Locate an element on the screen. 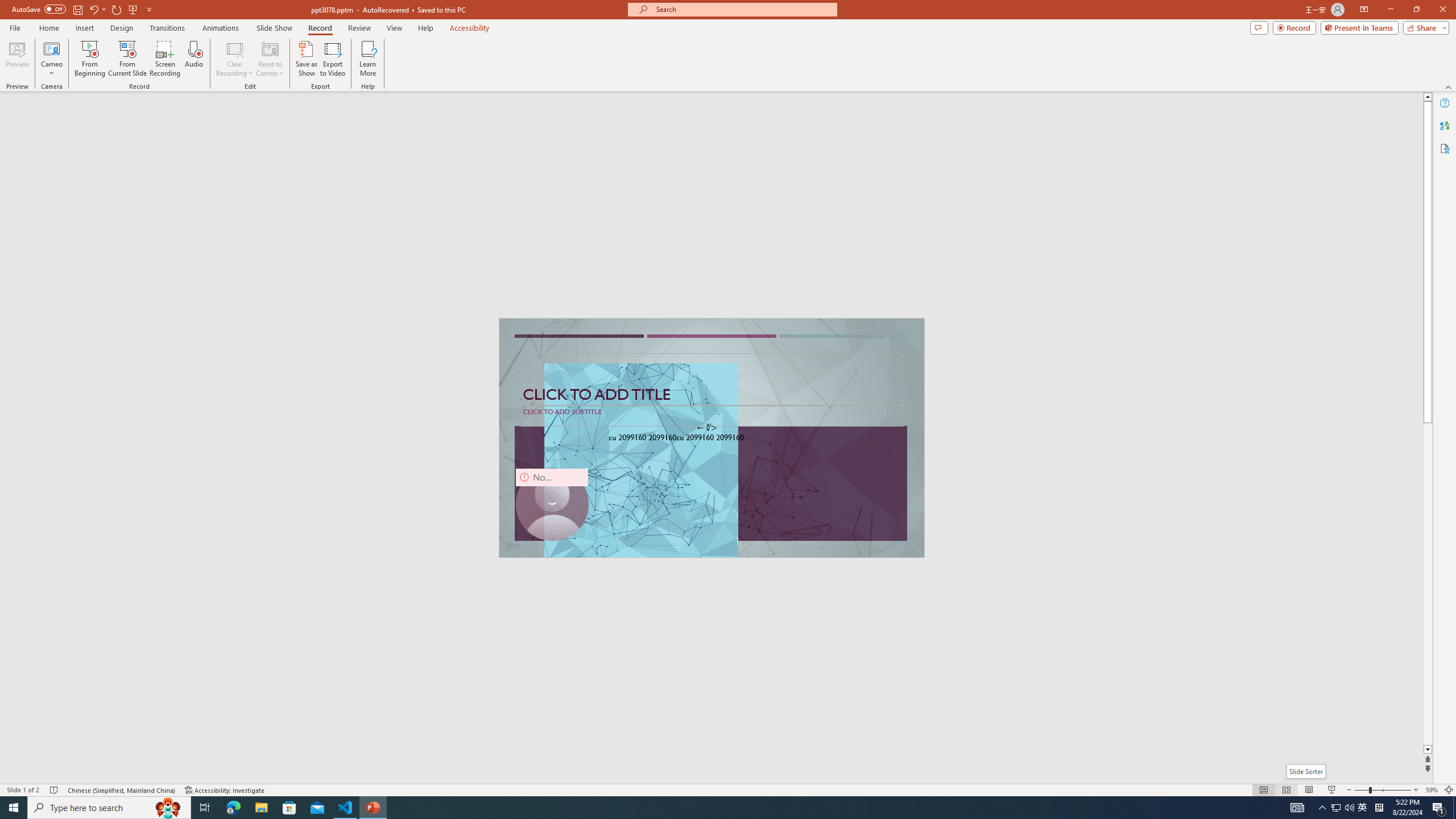  'Problems (Ctrl+Shift+M)' is located at coordinates (323, 533).